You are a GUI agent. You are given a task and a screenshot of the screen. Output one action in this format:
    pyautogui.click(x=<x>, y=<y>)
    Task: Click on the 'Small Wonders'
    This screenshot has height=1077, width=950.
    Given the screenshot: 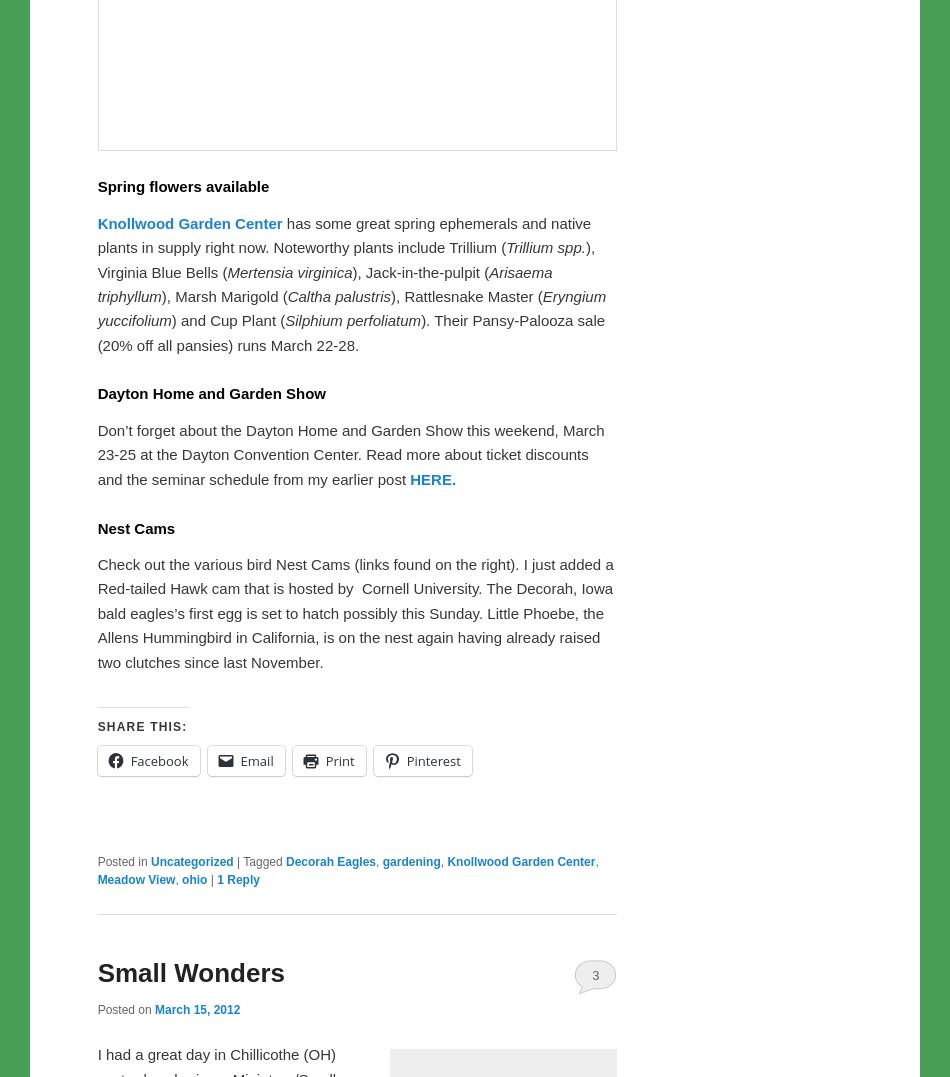 What is the action you would take?
    pyautogui.click(x=190, y=971)
    